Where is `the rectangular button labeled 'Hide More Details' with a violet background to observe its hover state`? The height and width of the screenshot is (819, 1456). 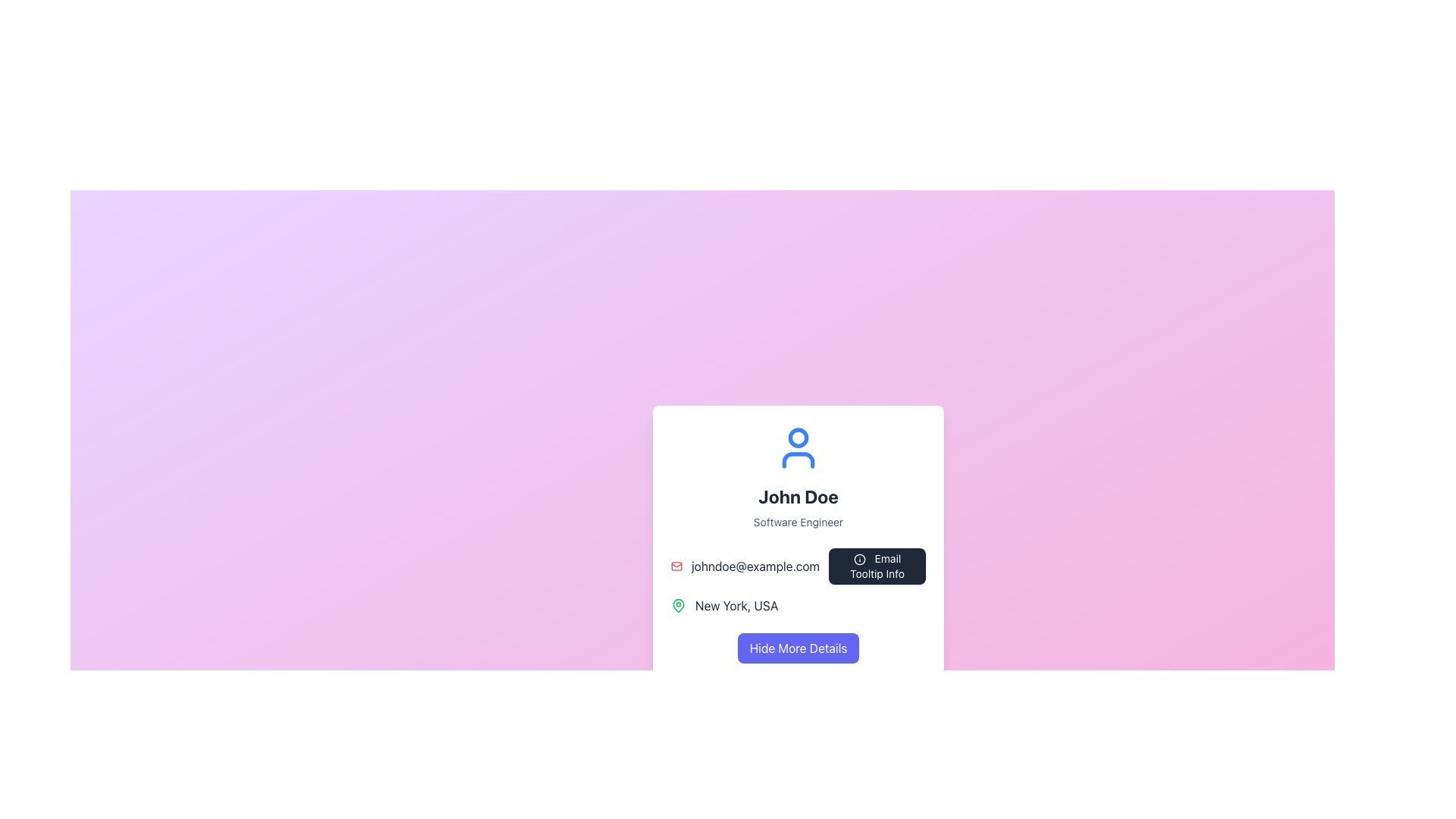
the rectangular button labeled 'Hide More Details' with a violet background to observe its hover state is located at coordinates (797, 648).